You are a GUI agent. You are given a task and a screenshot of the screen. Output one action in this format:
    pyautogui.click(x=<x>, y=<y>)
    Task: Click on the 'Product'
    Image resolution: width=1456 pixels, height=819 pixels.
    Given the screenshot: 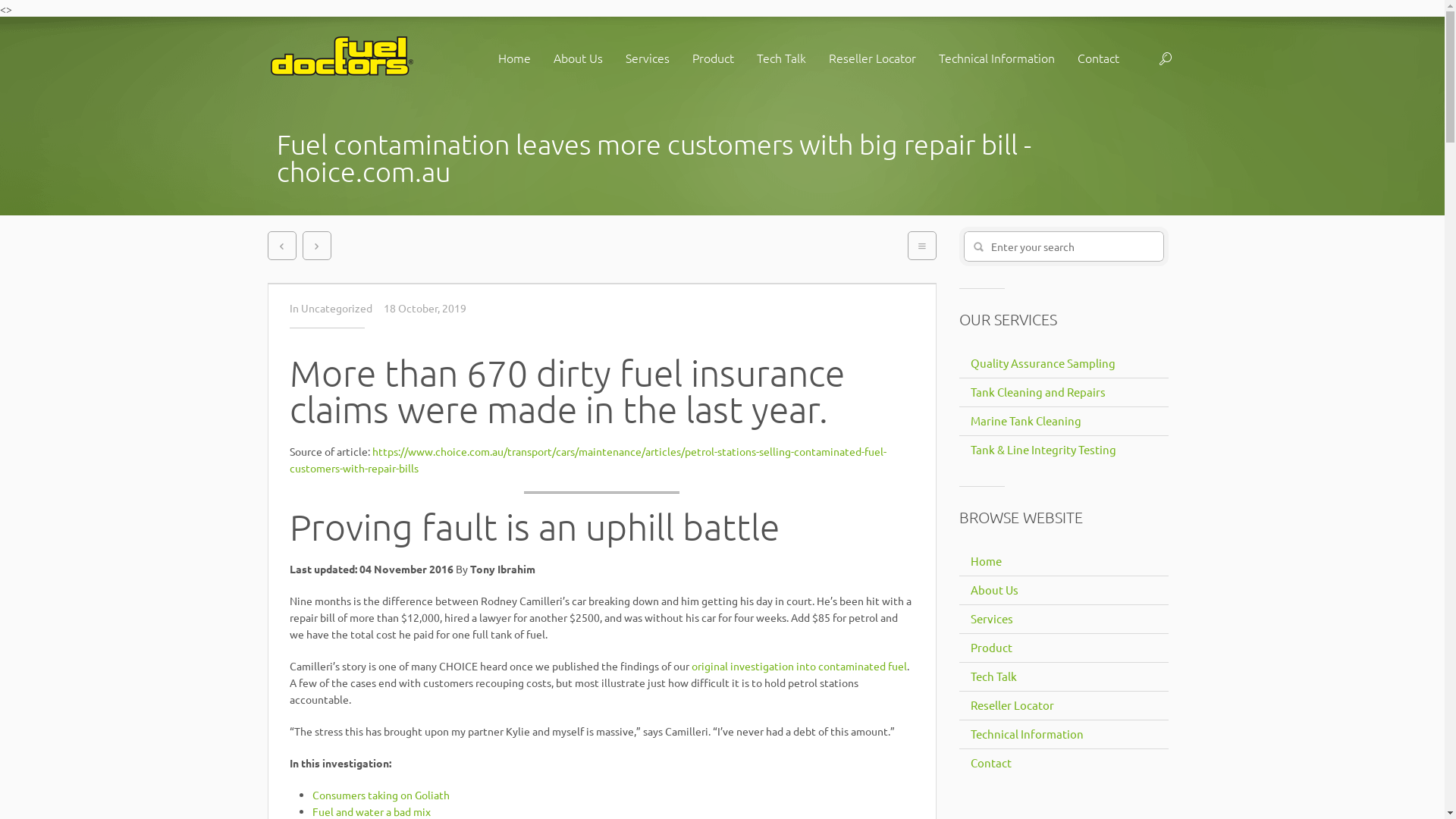 What is the action you would take?
    pyautogui.click(x=989, y=647)
    